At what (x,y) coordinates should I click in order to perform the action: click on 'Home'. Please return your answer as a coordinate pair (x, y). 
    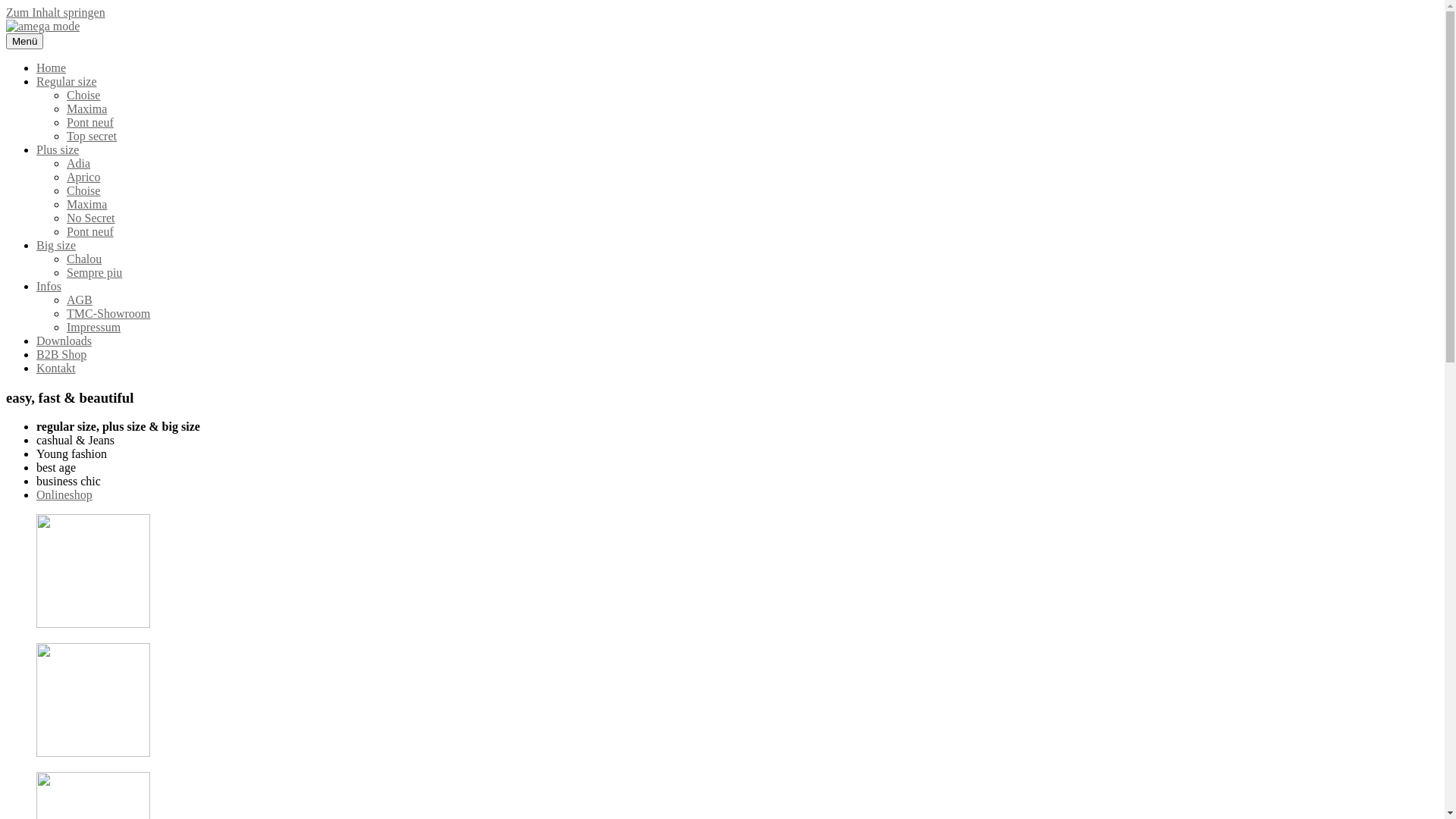
    Looking at the image, I should click on (51, 67).